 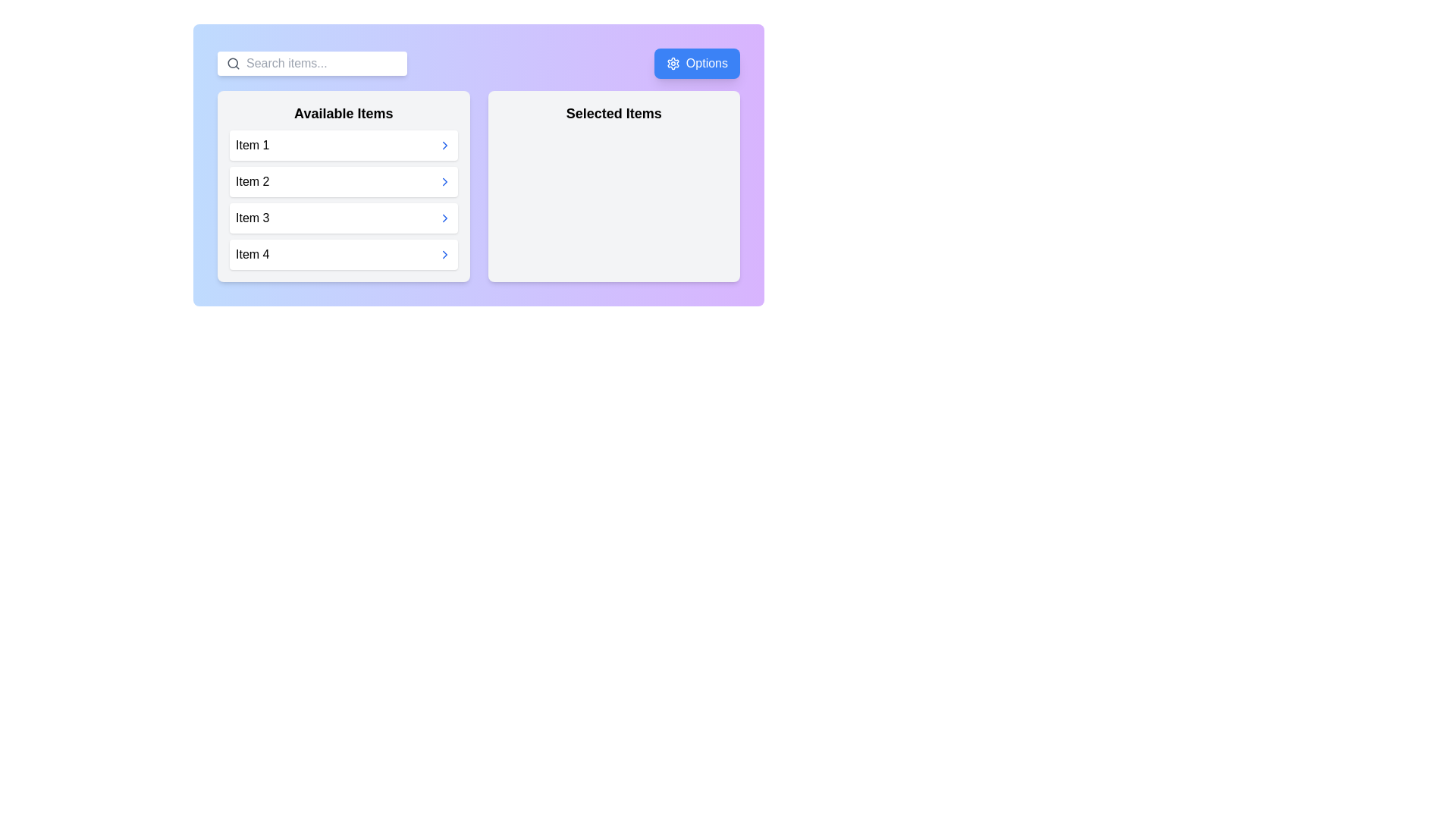 I want to click on left arrow button for the item Item 4 in the 'Selected Items' list to move it to the 'Available Items' list, so click(x=488, y=239).